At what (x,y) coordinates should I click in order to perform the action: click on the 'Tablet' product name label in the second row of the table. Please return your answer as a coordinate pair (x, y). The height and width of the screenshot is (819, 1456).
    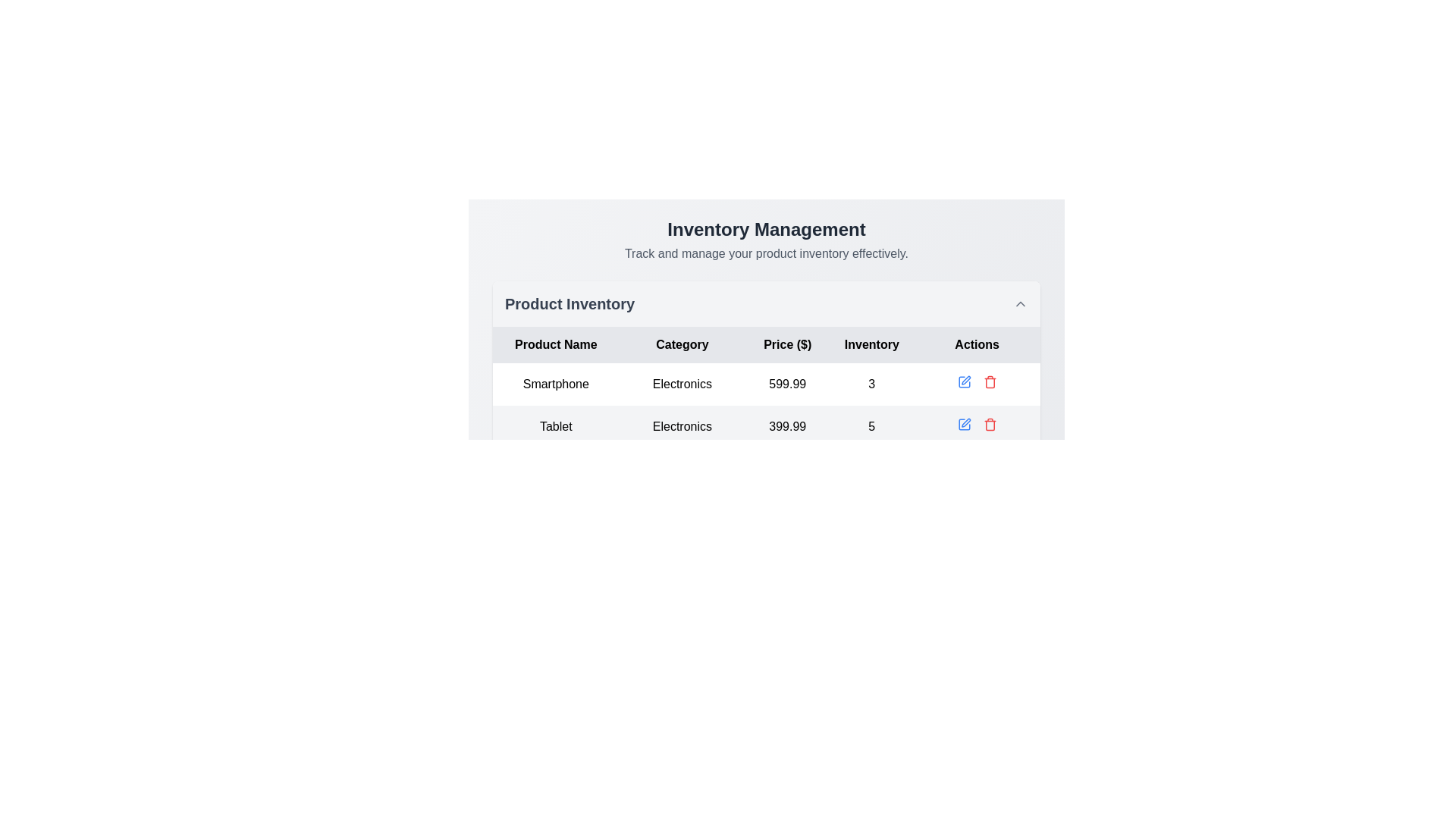
    Looking at the image, I should click on (555, 427).